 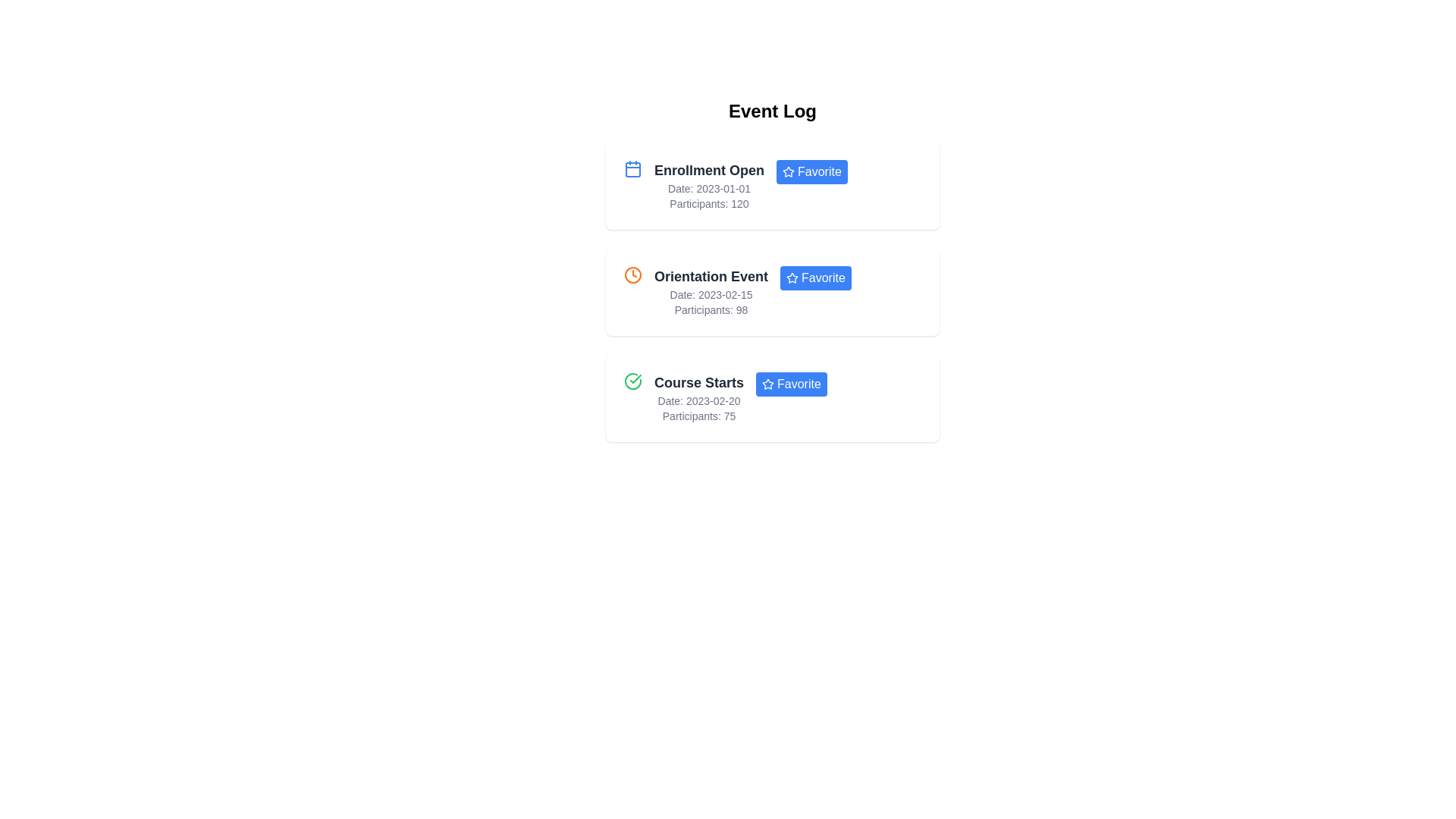 I want to click on the text label displaying 'Enrollment Open', which is the first line of text in the first event card beneath the 'Event Log' heading, so click(x=708, y=170).